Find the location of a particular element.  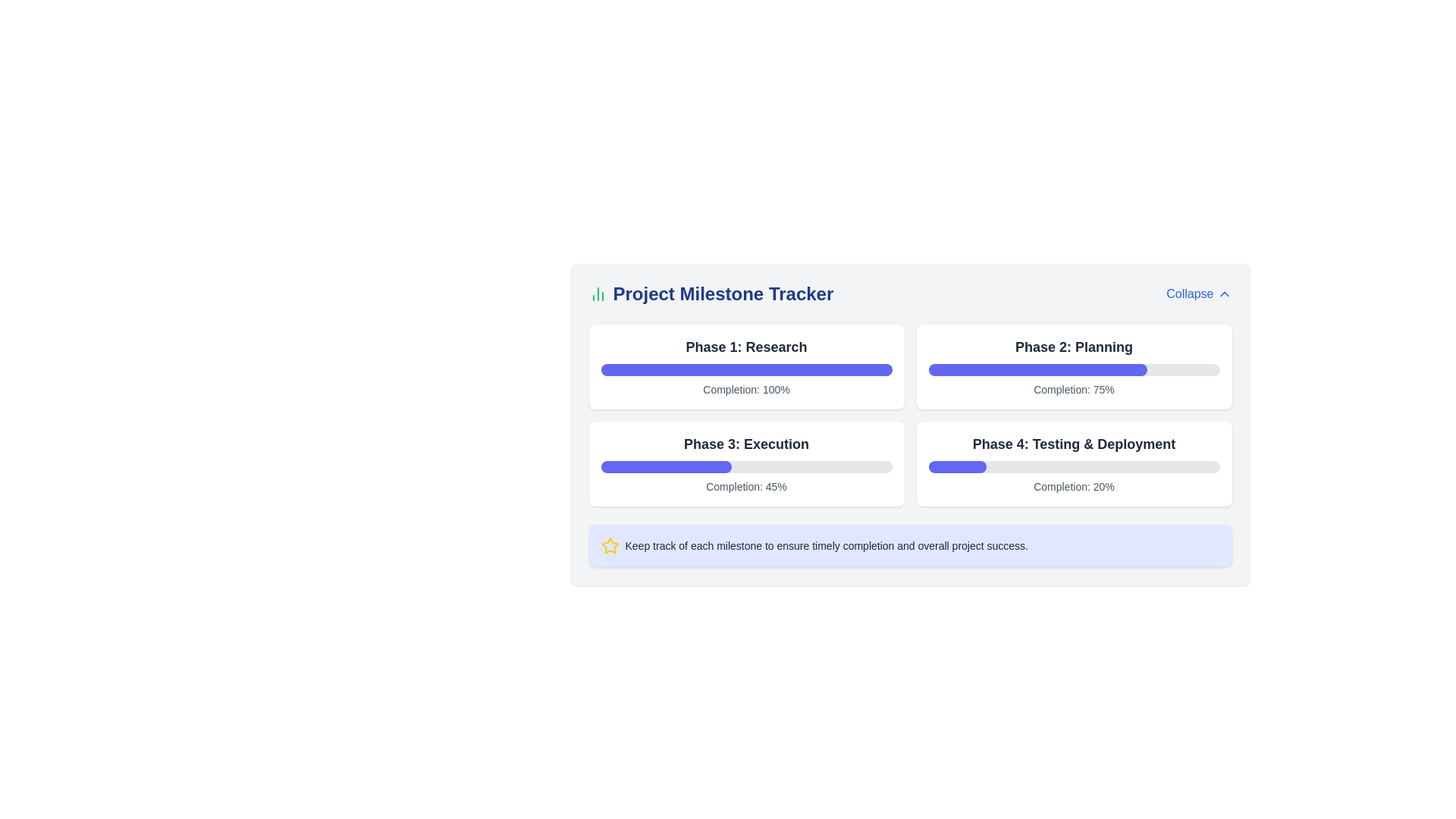

the progress visually on the horizontal progress bar indicating 75% completion situated in the 'Phase 2: Planning' panel is located at coordinates (1073, 370).